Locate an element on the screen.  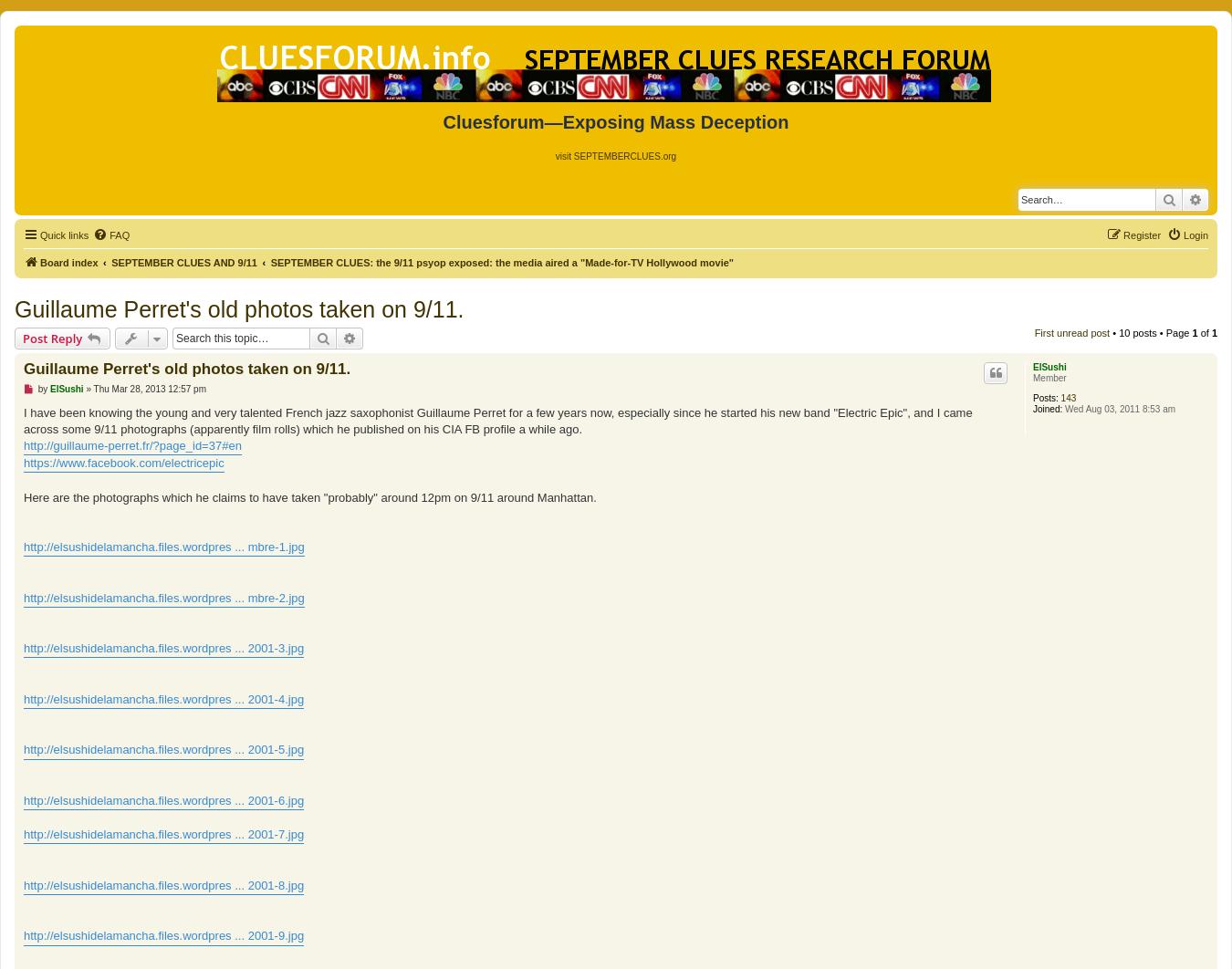
'Board index' is located at coordinates (68, 260).